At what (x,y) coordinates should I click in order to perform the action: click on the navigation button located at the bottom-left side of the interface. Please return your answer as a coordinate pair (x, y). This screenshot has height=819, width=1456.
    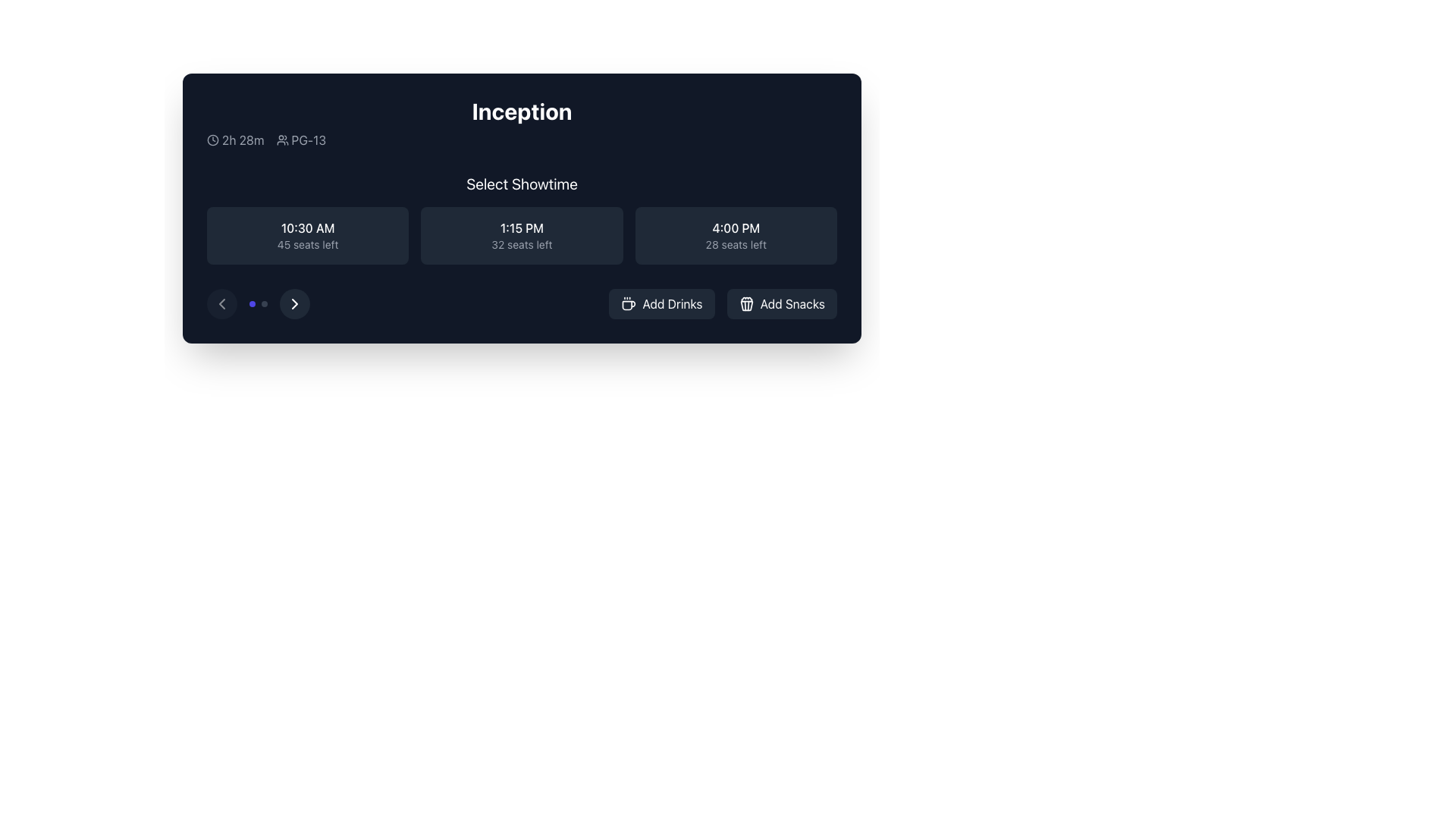
    Looking at the image, I should click on (221, 304).